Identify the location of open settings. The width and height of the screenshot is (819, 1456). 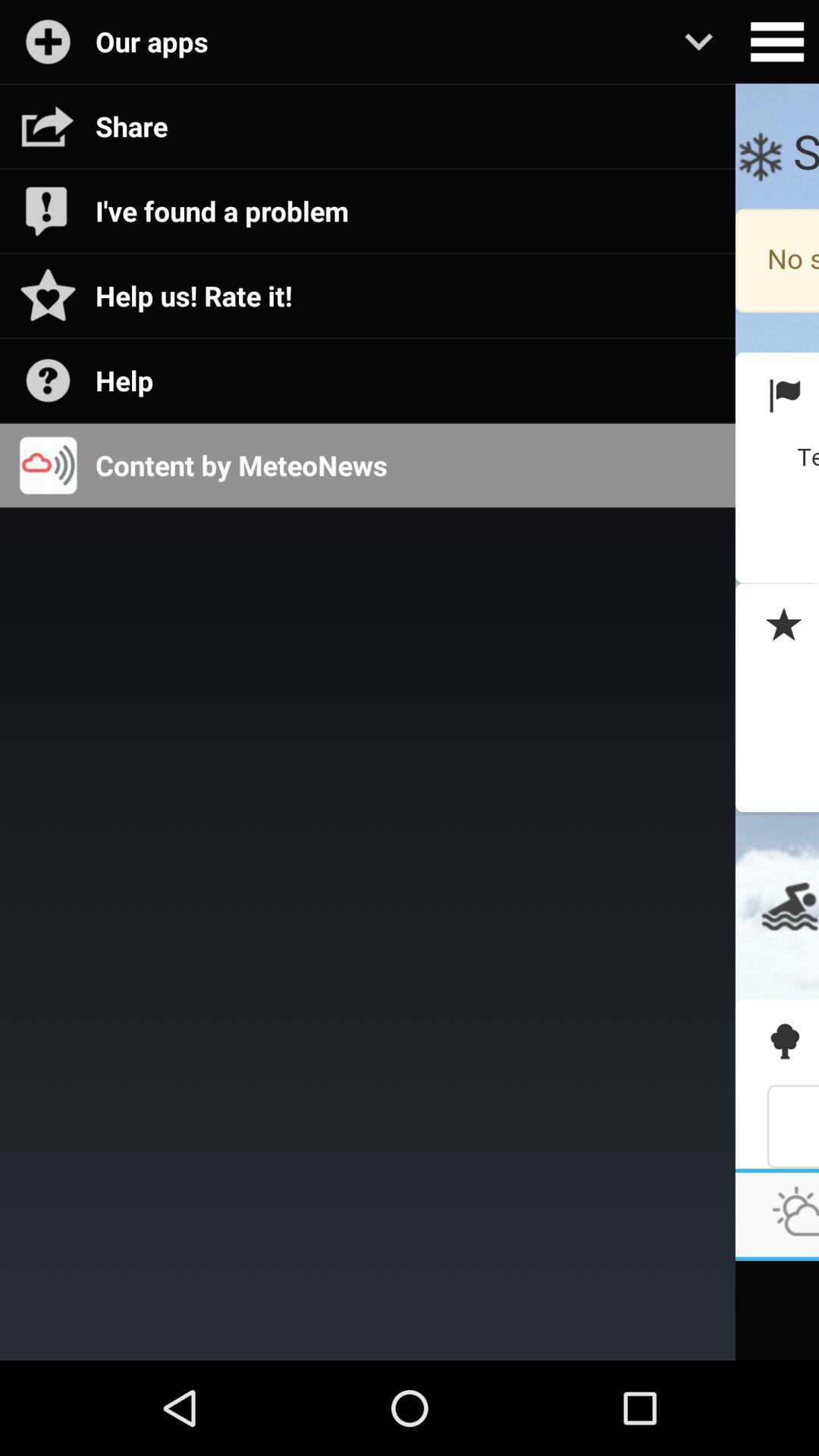
(777, 42).